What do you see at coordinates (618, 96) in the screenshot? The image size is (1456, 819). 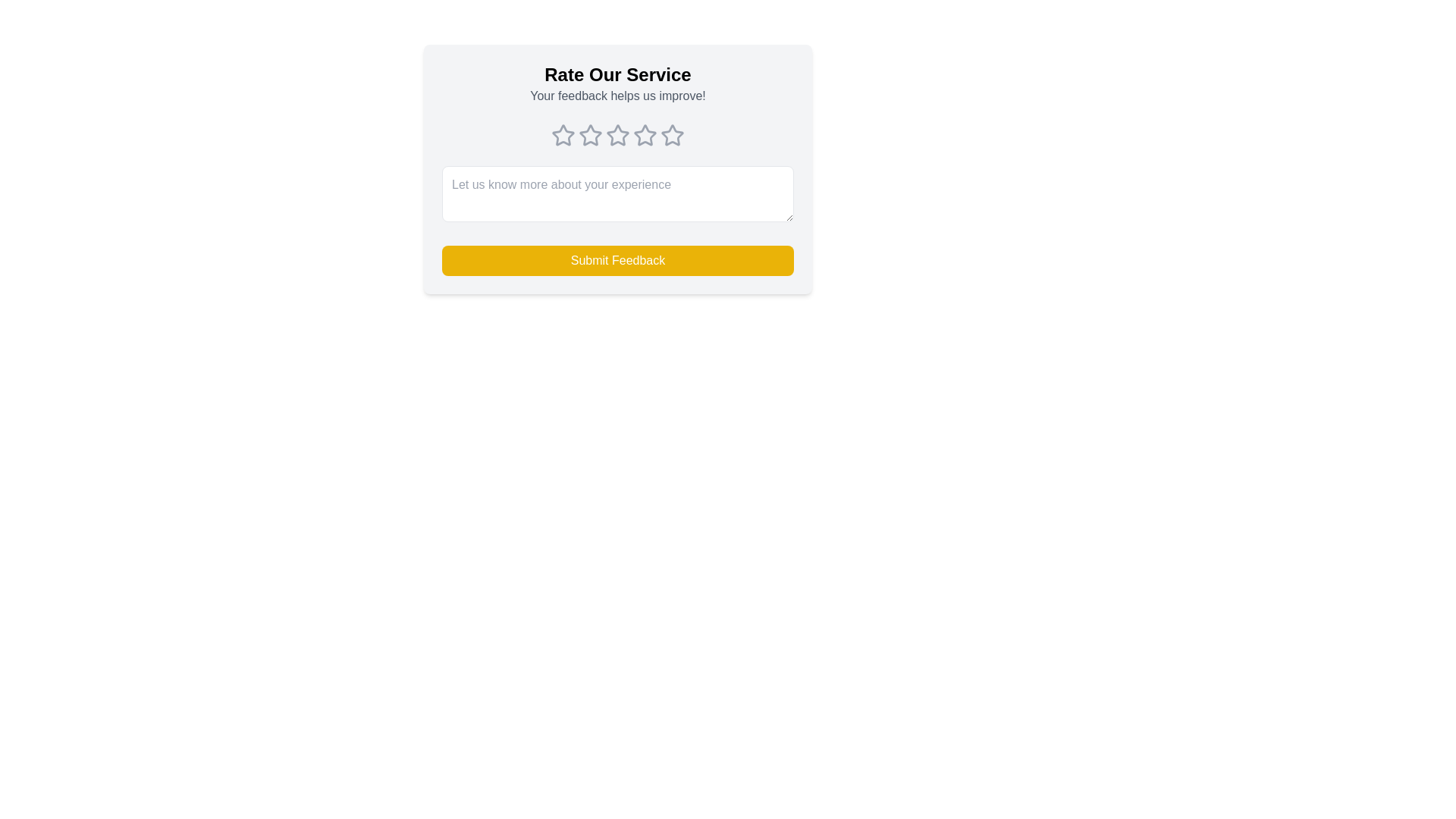 I see `the Static Text element that provides informational guidance for the feedback section, located below the 'Rate Our Service' heading` at bounding box center [618, 96].